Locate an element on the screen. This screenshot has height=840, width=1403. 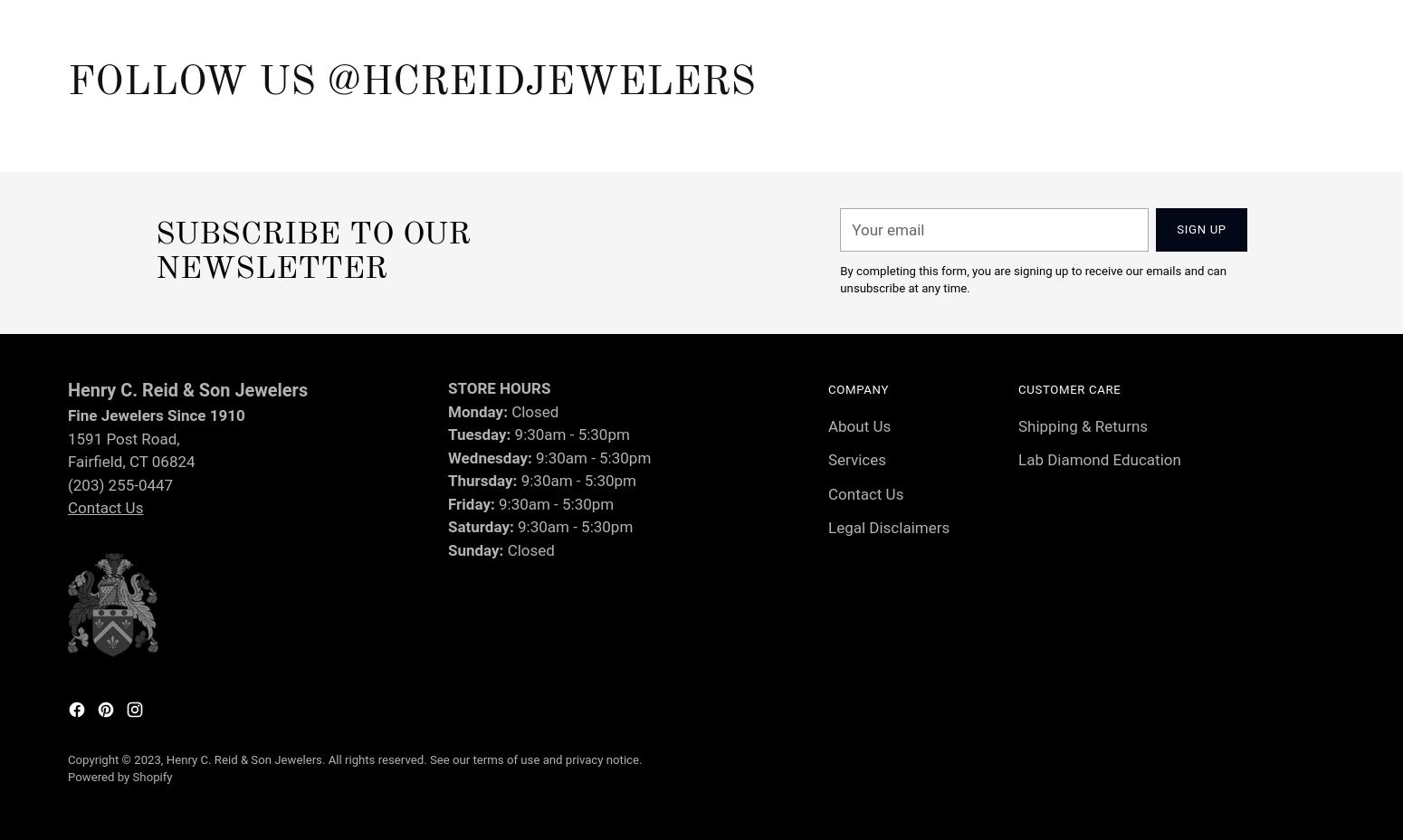
'Legal Disclaimers' is located at coordinates (887, 527).